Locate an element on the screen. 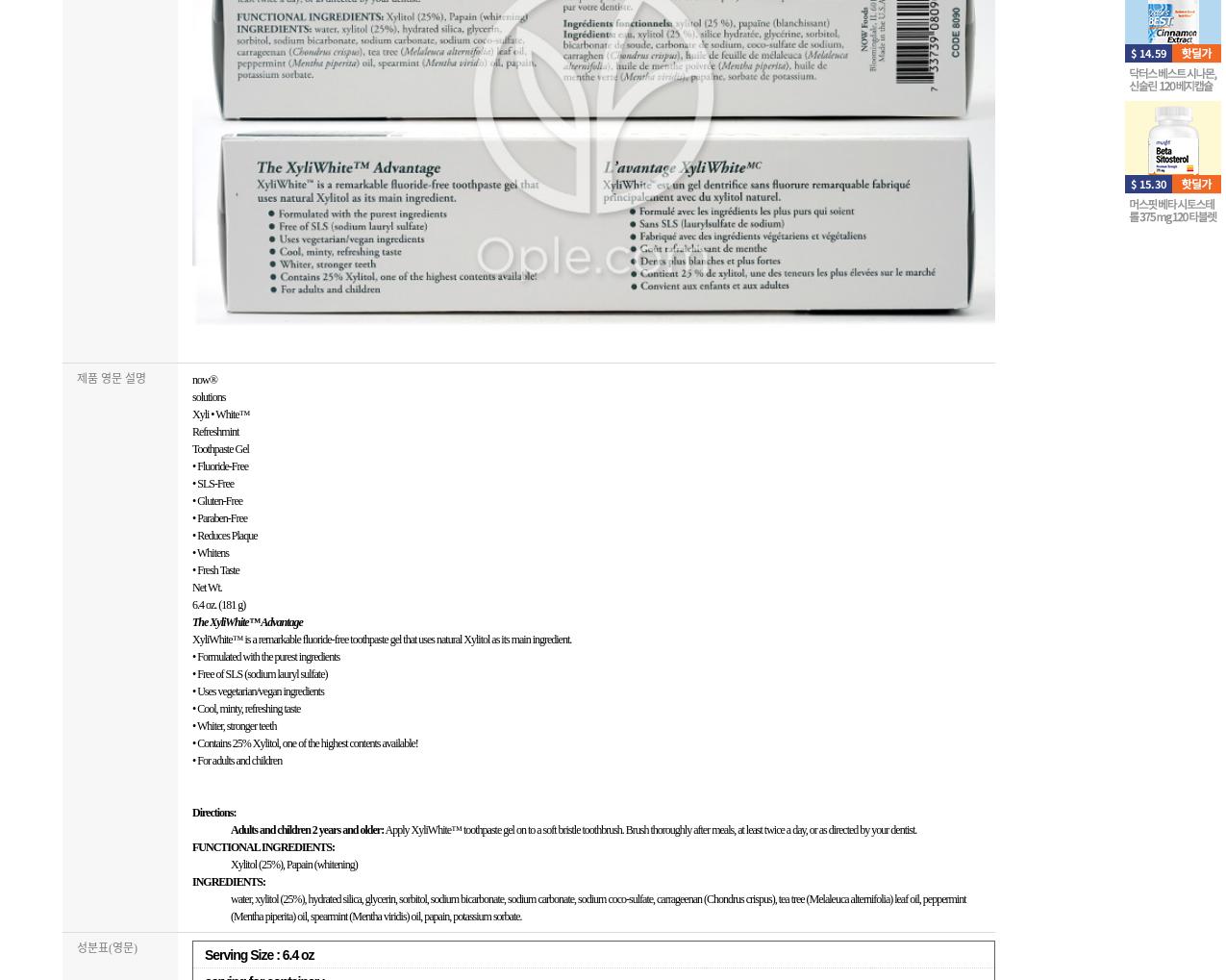 The height and width of the screenshot is (980, 1226). '• Formulated with the purest ingredients' is located at coordinates (264, 656).